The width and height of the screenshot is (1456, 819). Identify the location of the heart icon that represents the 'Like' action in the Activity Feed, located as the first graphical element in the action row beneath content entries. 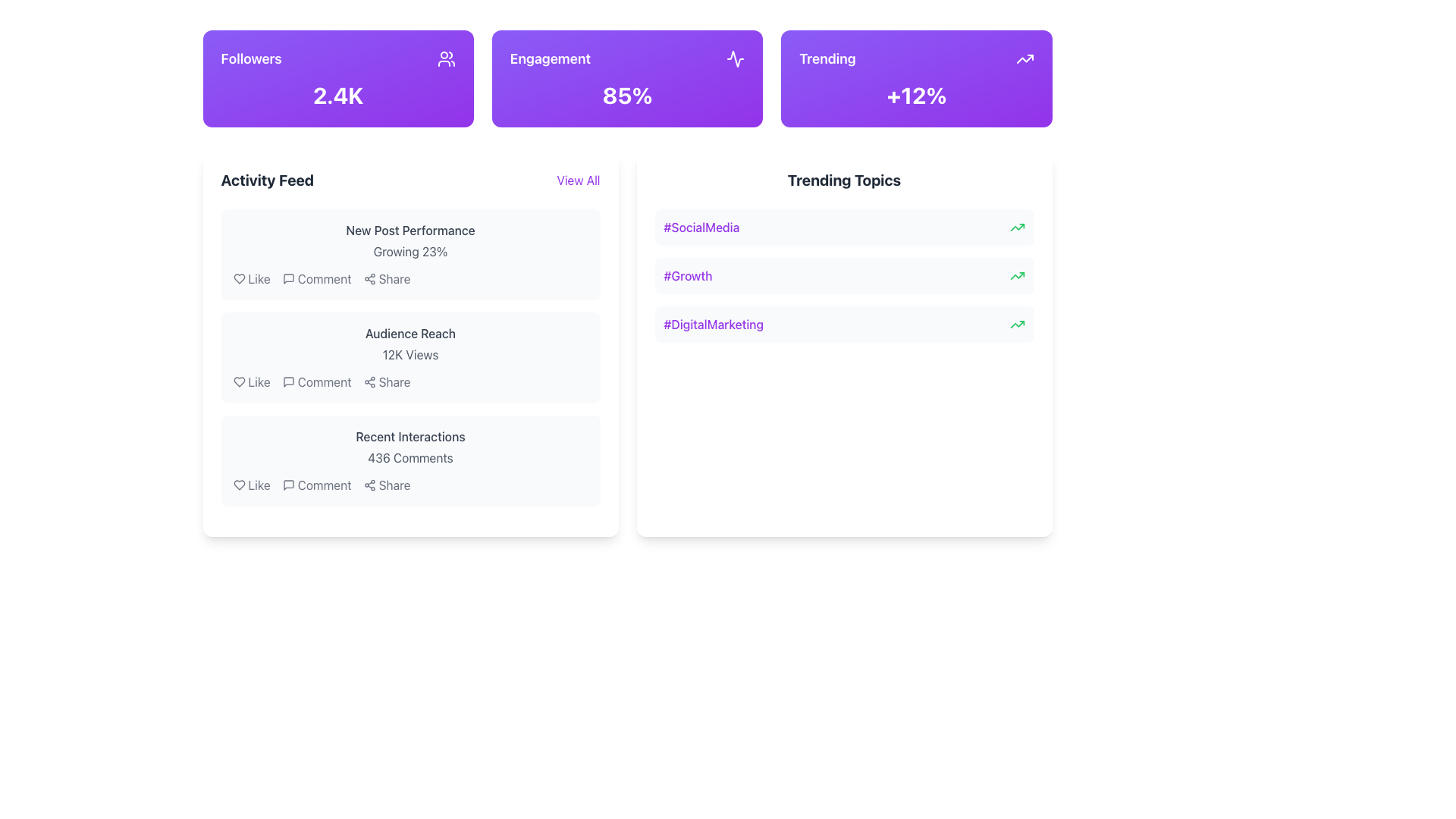
(238, 278).